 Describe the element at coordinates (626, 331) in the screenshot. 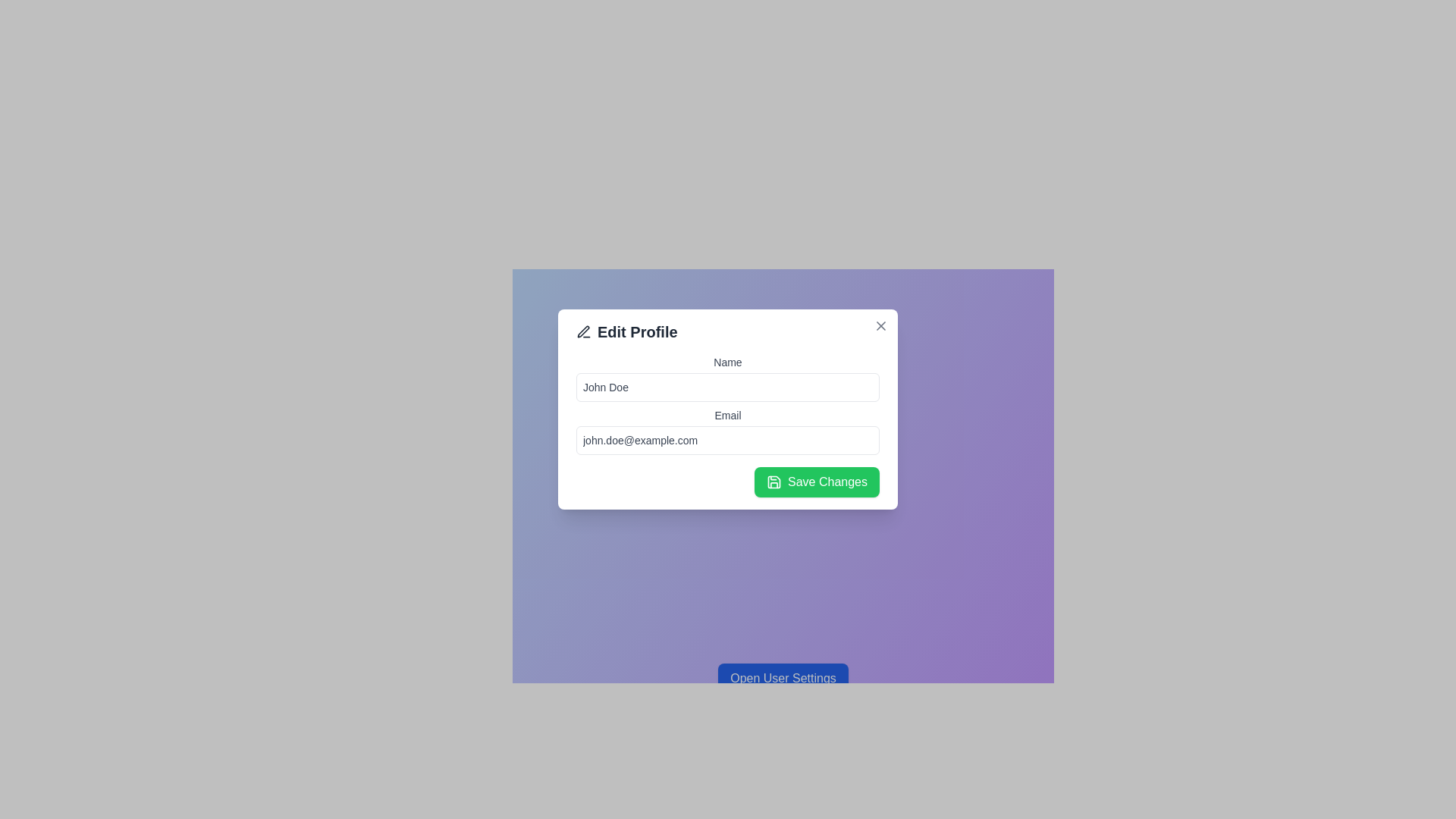

I see `Text label that serves as a heading for the profile editing dialog box, located to the right of the pen icon, for accessibility` at that location.